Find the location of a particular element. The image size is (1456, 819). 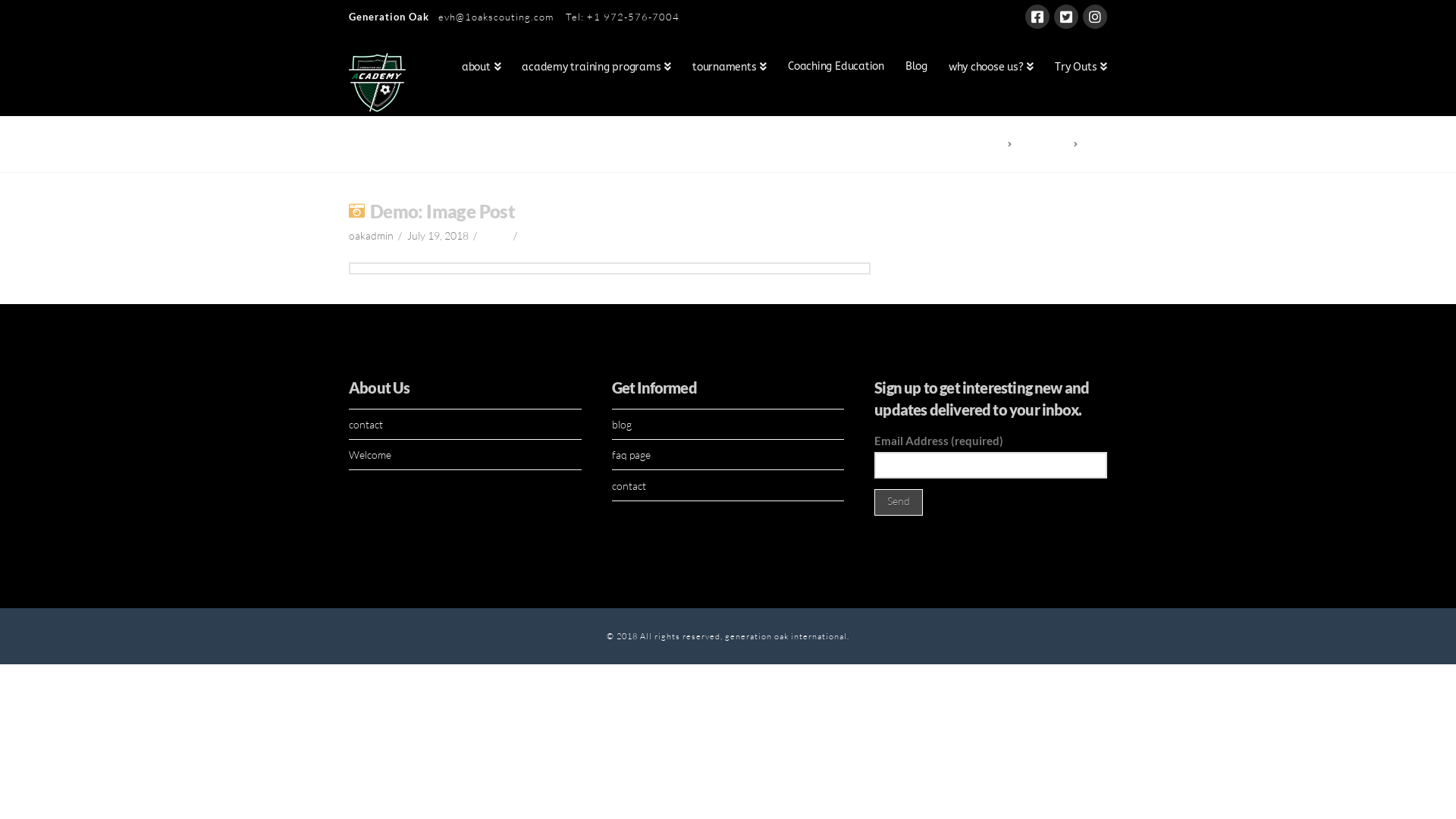

'Demo: Image Post' is located at coordinates (441, 211).